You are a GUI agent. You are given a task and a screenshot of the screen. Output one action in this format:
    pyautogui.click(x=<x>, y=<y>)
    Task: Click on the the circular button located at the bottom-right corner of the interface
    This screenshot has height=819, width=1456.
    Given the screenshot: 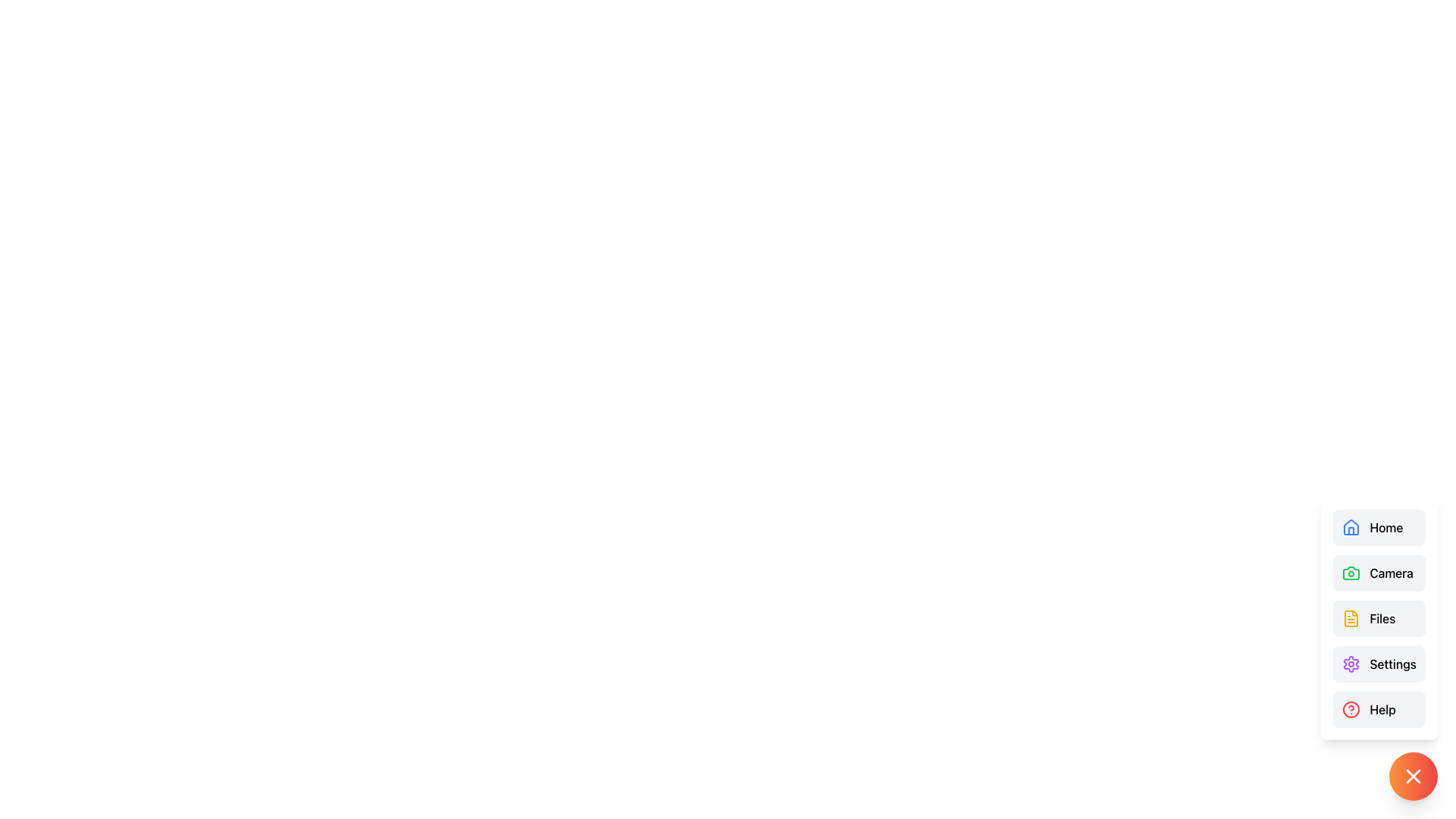 What is the action you would take?
    pyautogui.click(x=1412, y=776)
    